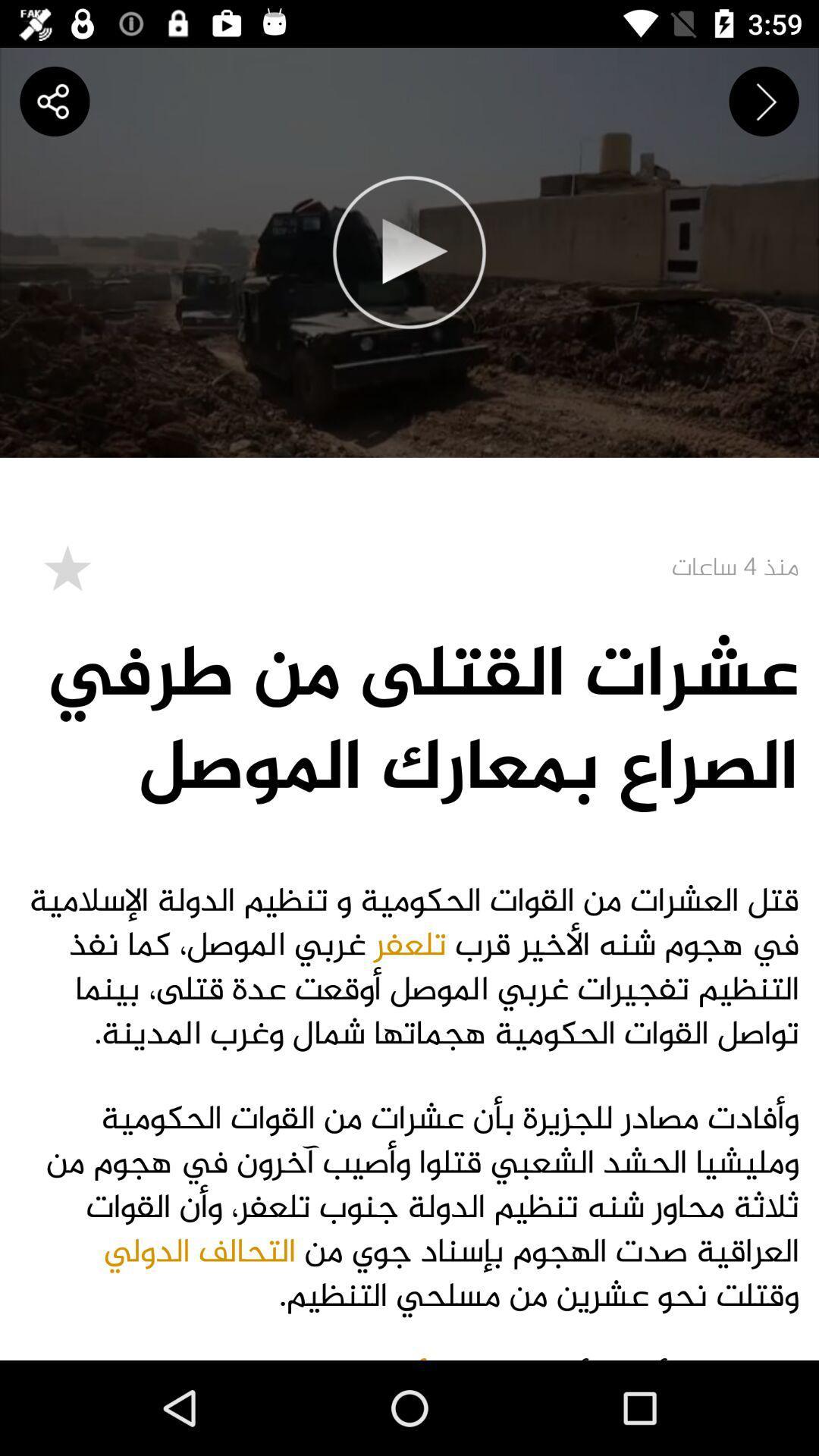 This screenshot has height=1456, width=819. I want to click on the next icon on top right hand side  below time, so click(764, 101).